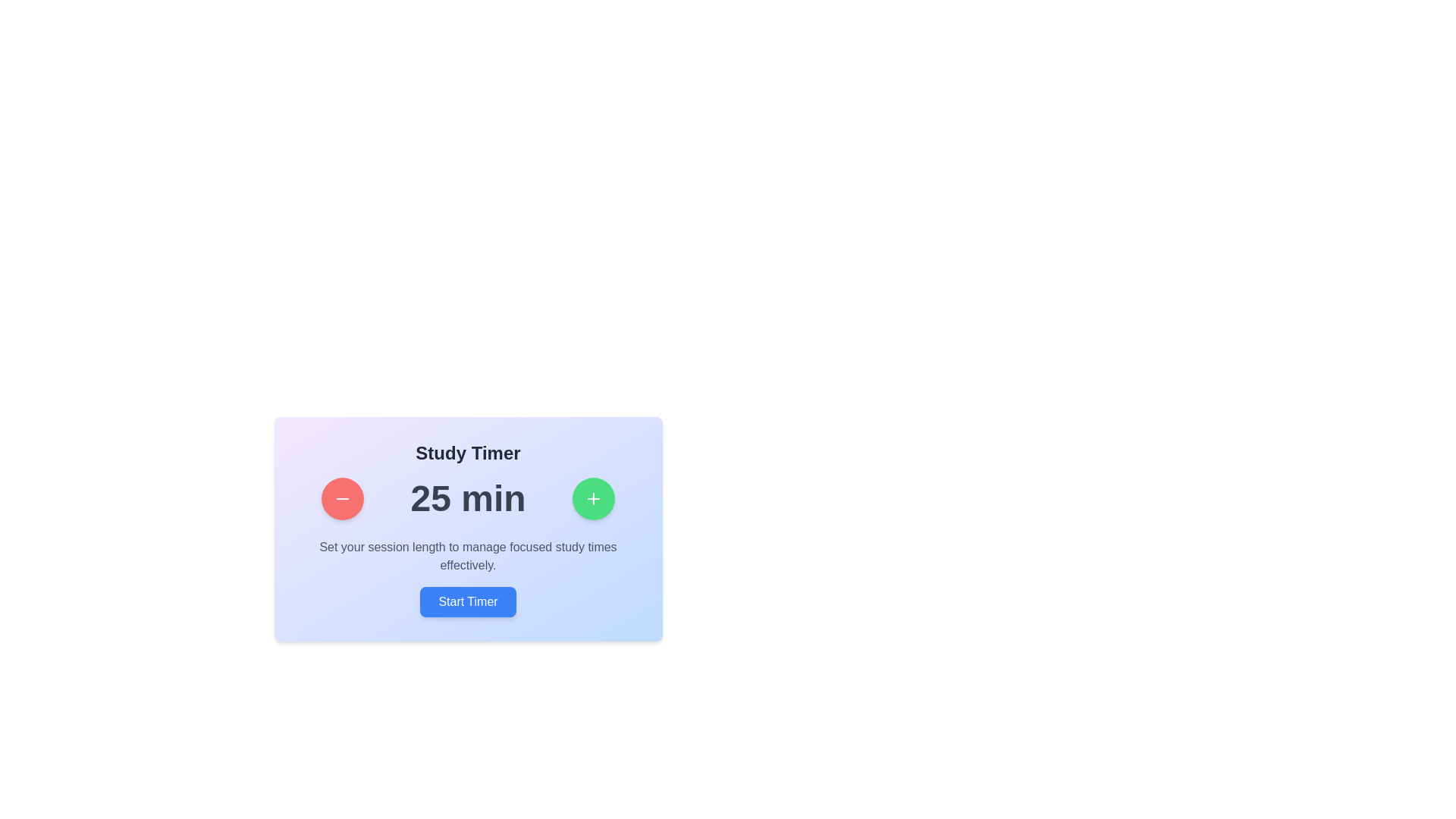 This screenshot has width=1456, height=819. I want to click on the text display that indicates the currently selected session length for the timer, located below the 'Study Timer' title and between the red subtraction and green addition buttons, so click(467, 499).